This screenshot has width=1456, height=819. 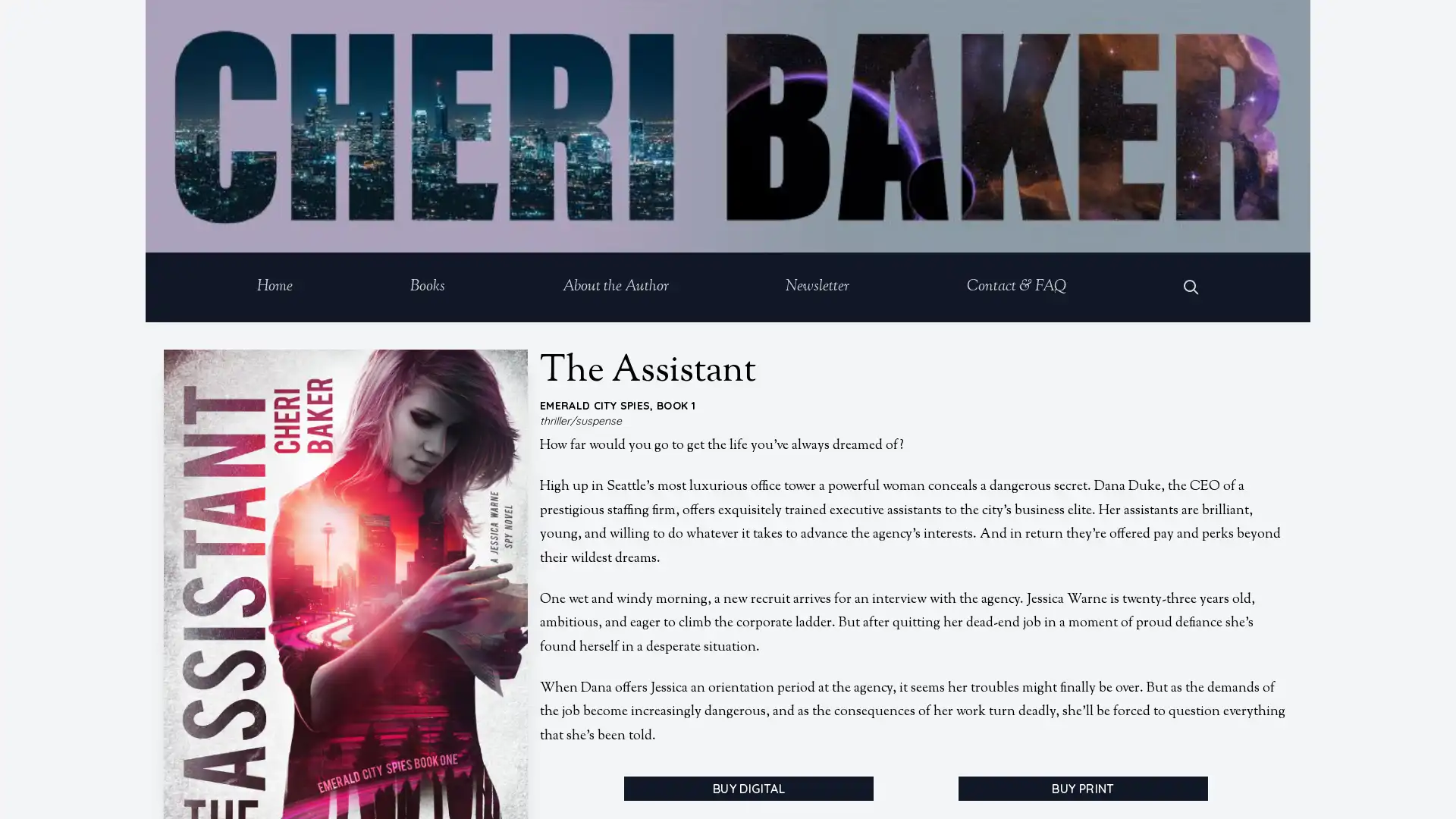 I want to click on BUY DIGITAL, so click(x=748, y=786).